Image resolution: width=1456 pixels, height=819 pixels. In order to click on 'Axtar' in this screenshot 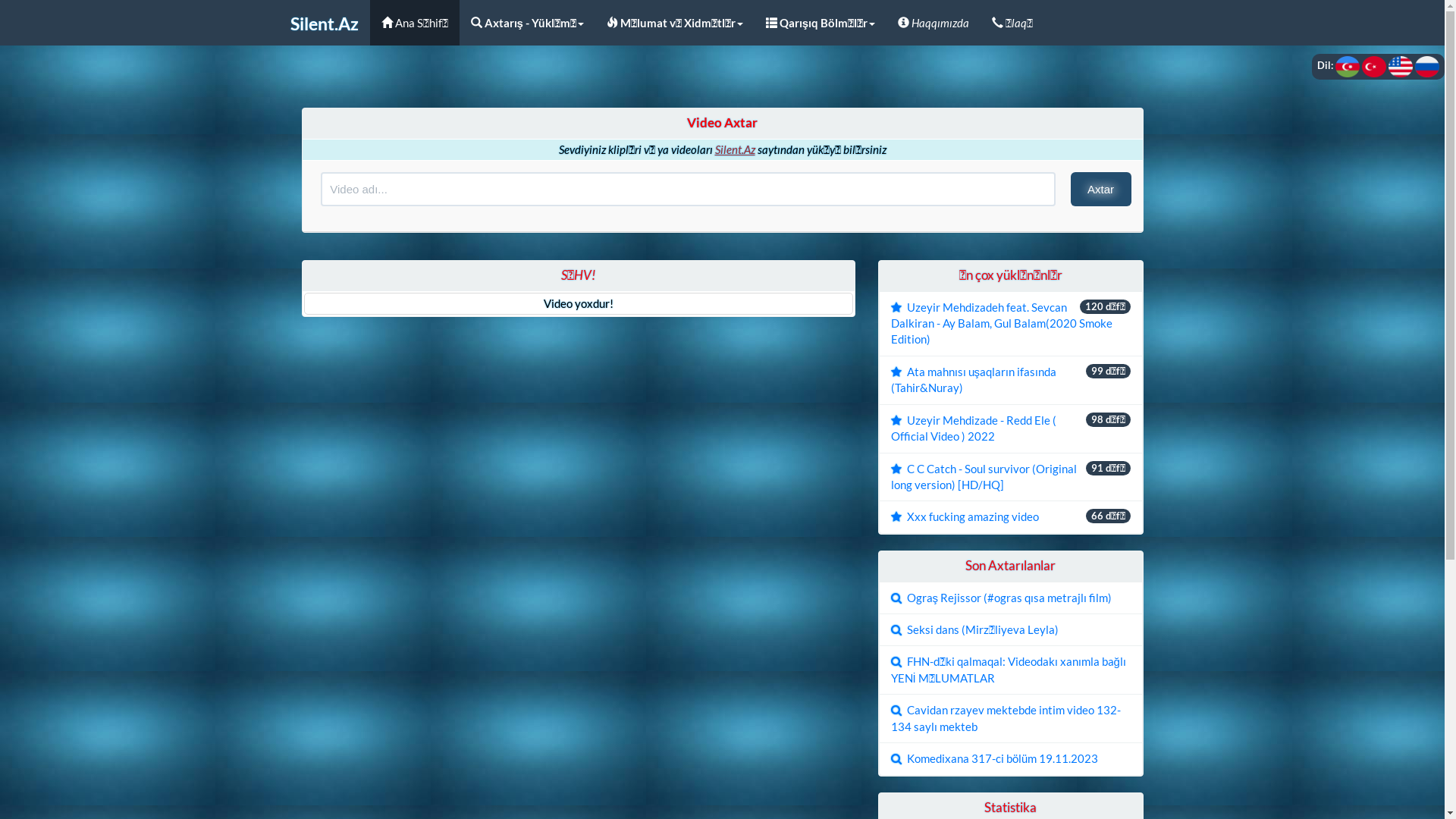, I will do `click(1101, 188)`.